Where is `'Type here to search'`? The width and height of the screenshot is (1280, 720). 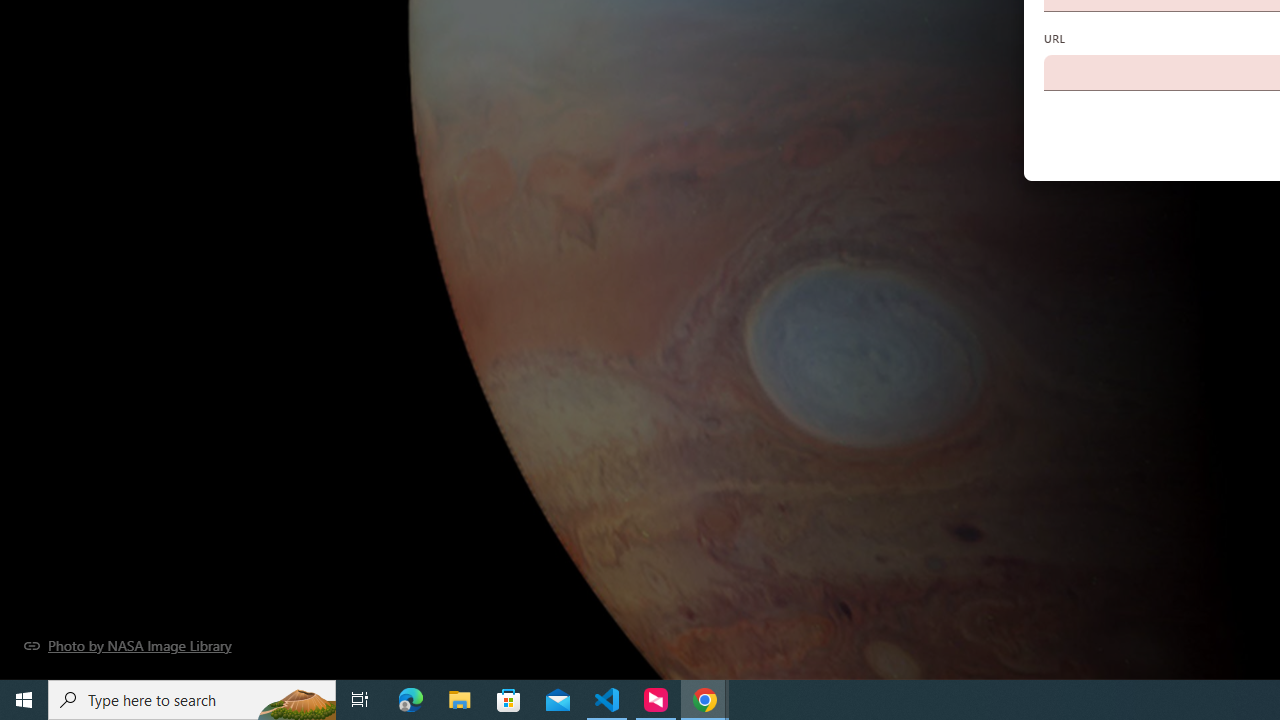 'Type here to search' is located at coordinates (192, 698).